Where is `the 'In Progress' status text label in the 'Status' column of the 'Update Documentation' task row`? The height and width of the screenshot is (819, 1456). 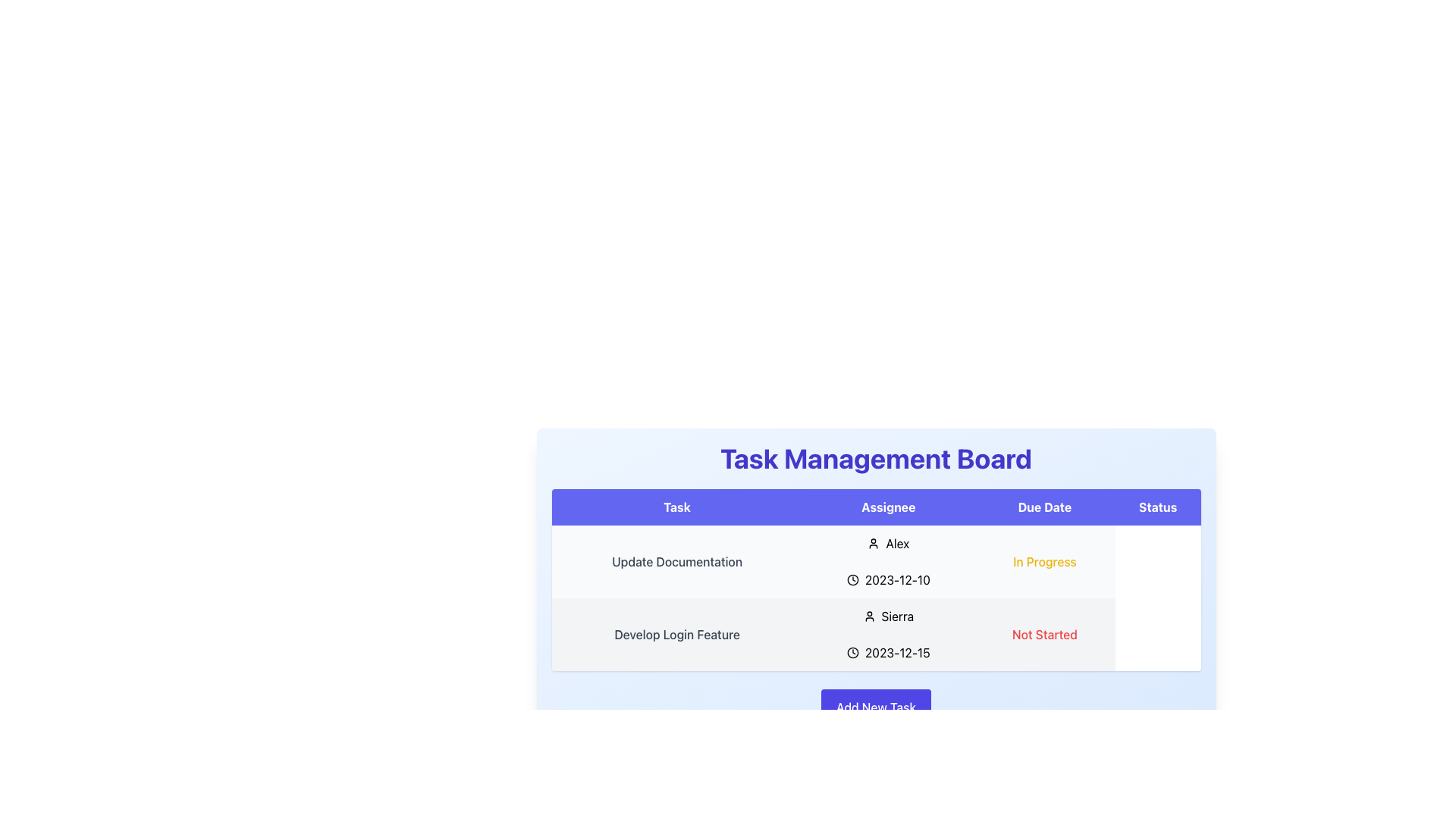 the 'In Progress' status text label in the 'Status' column of the 'Update Documentation' task row is located at coordinates (1043, 561).